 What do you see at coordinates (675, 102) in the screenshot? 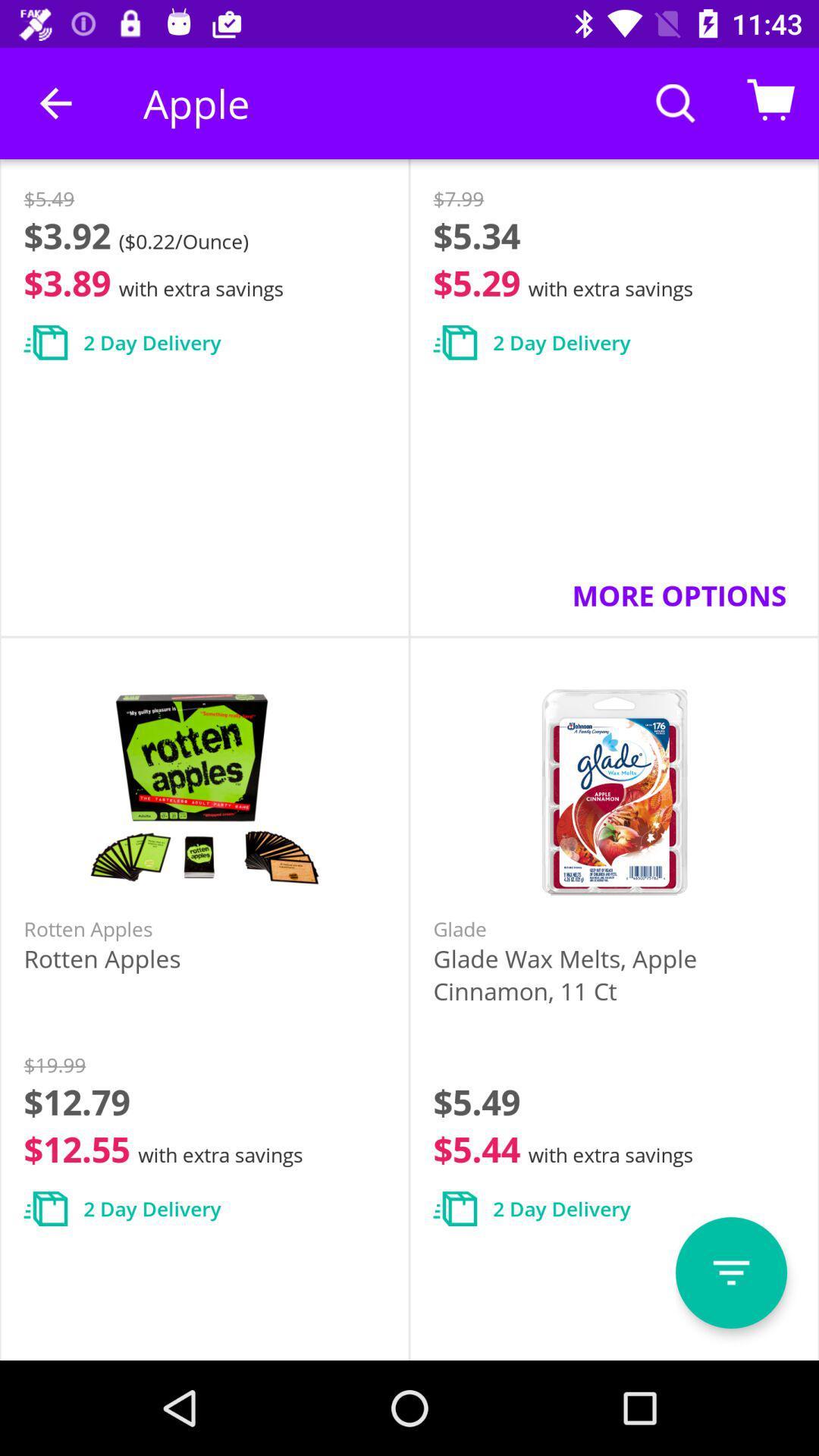
I see `the search icon at the top right corner of the page` at bounding box center [675, 102].